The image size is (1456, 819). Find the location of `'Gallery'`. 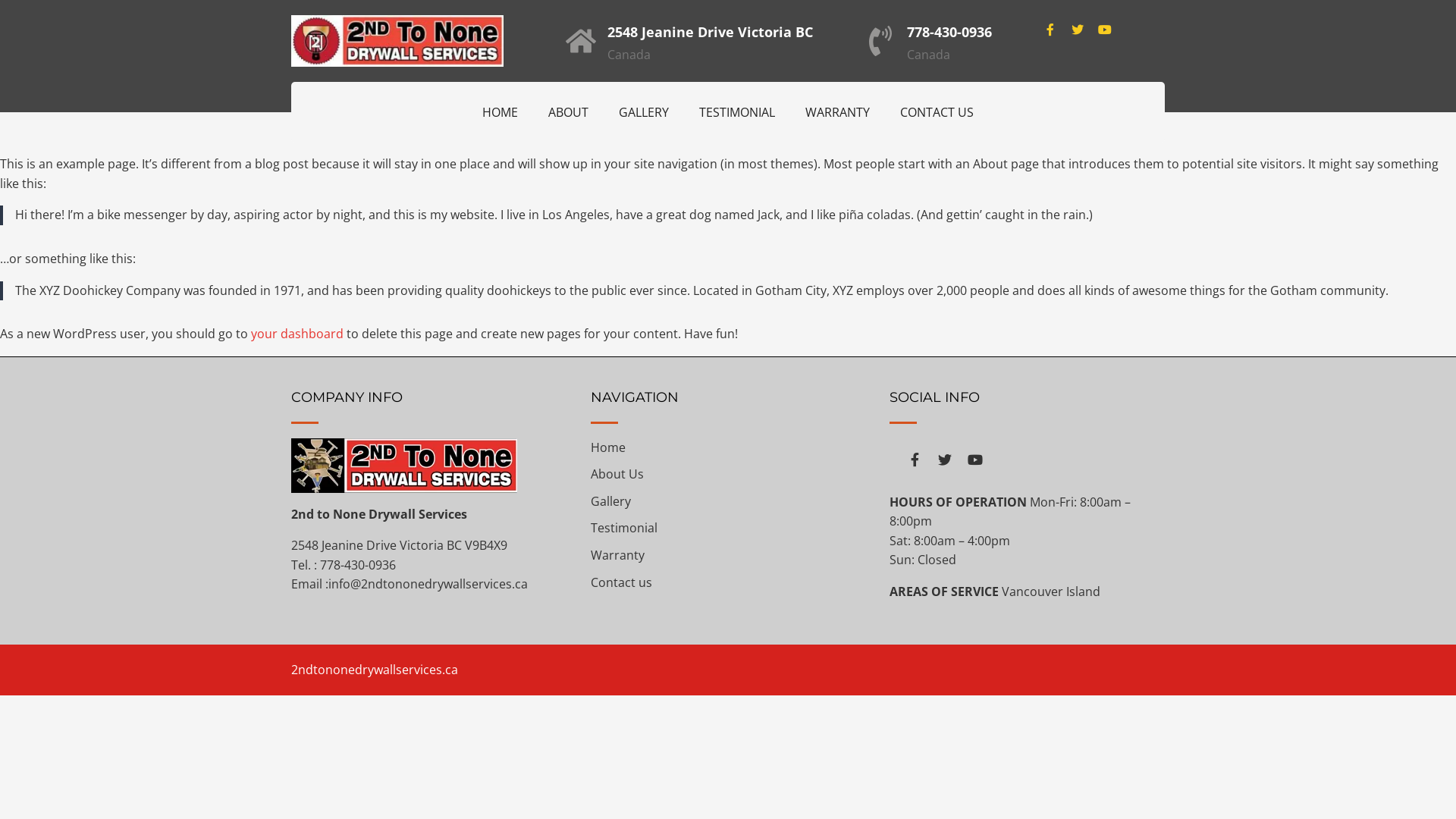

'Gallery' is located at coordinates (610, 500).